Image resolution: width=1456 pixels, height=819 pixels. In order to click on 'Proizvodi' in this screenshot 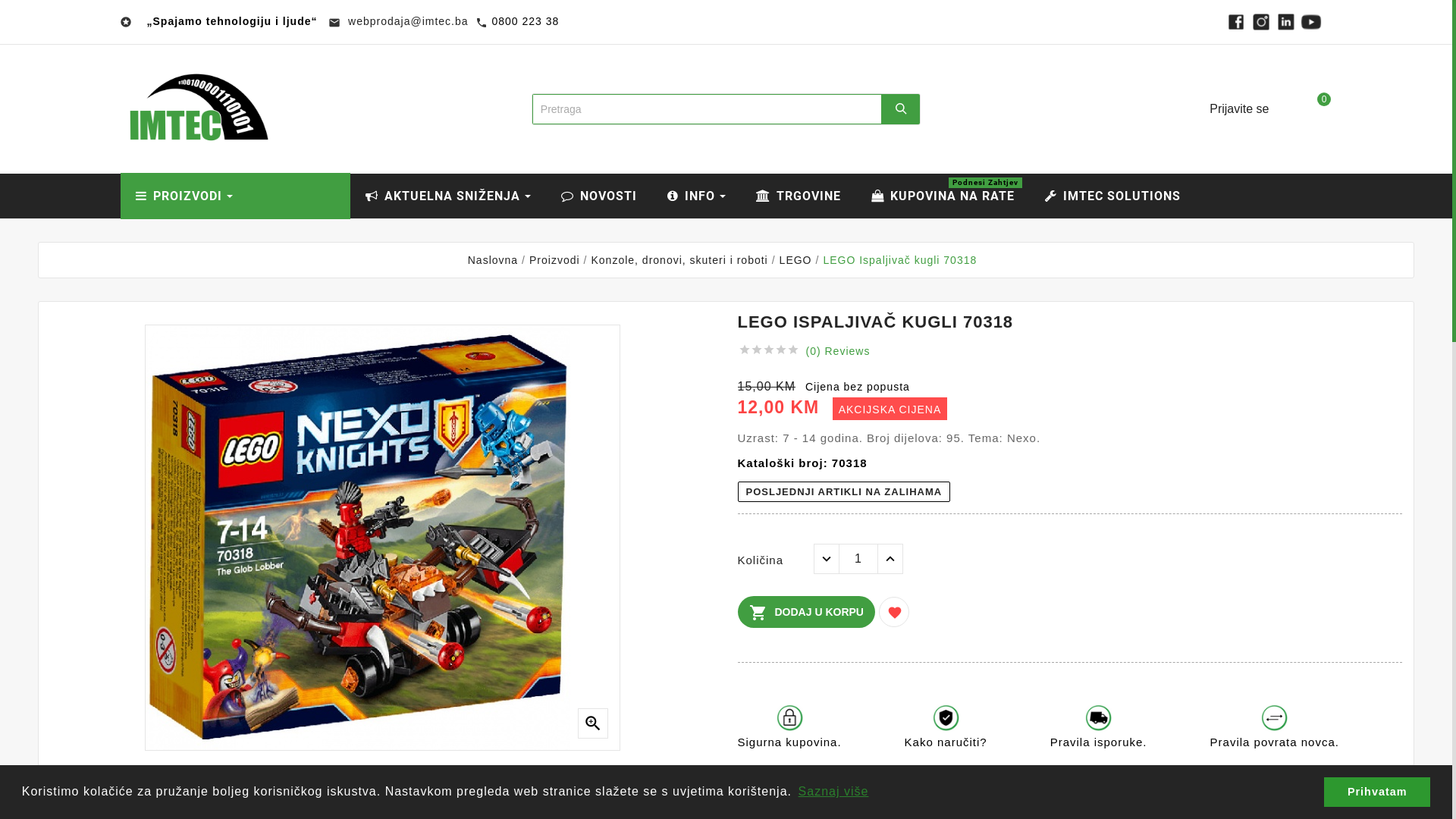, I will do `click(554, 259)`.